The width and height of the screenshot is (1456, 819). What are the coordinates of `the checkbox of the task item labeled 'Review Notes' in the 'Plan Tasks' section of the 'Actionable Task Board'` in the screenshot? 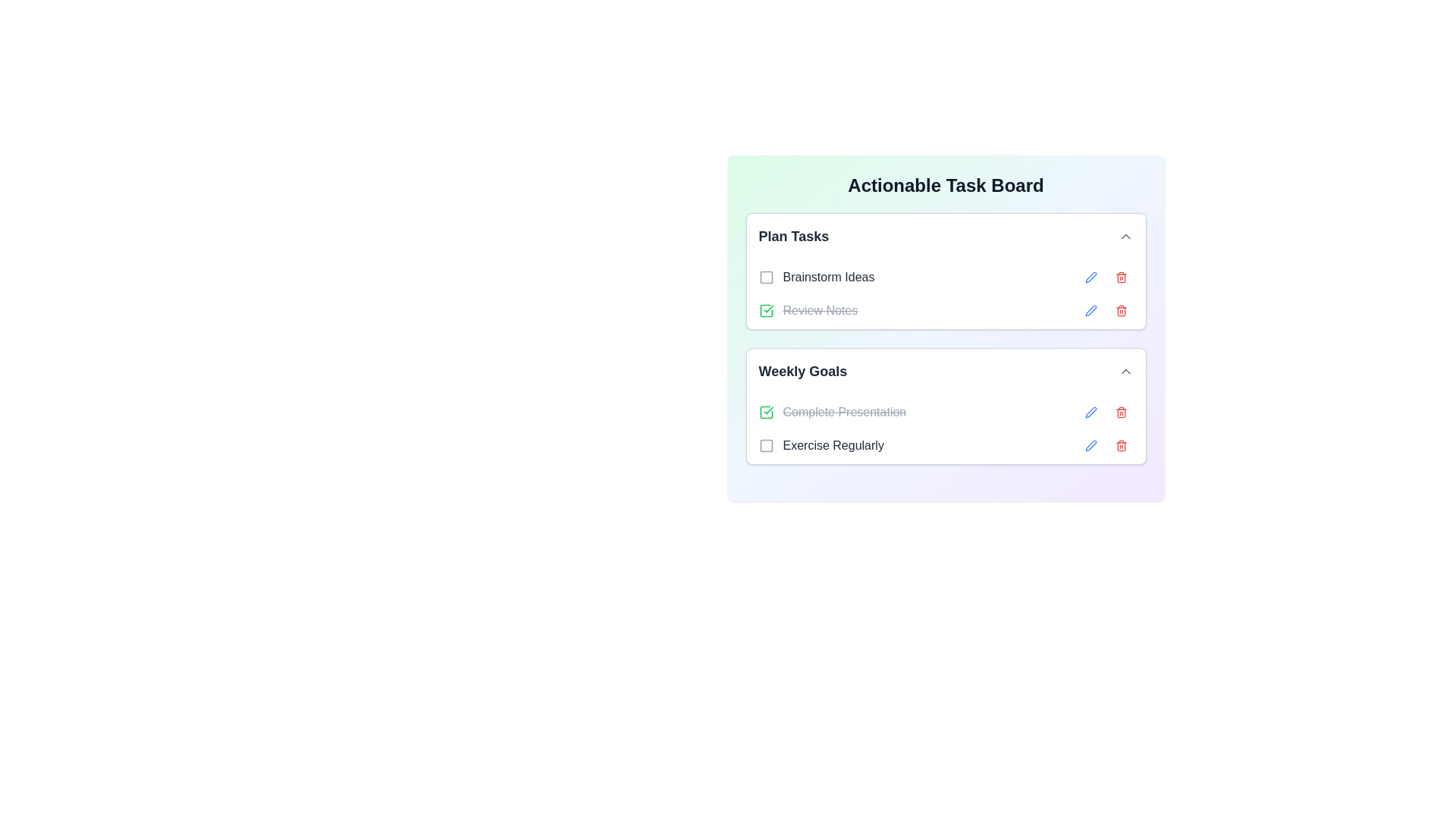 It's located at (807, 309).